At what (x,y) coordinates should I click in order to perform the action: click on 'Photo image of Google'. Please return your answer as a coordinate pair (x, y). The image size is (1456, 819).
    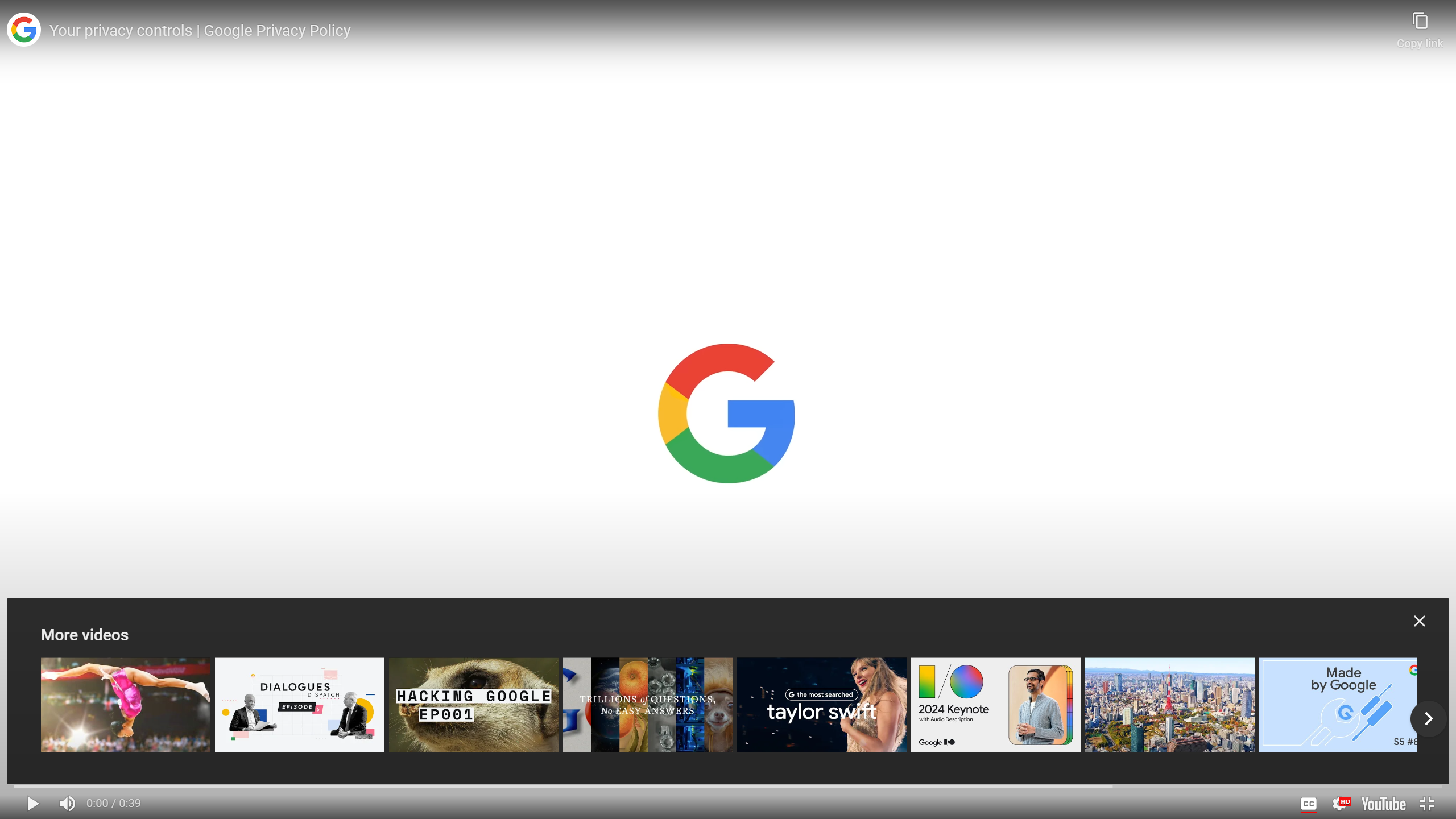
    Looking at the image, I should click on (23, 28).